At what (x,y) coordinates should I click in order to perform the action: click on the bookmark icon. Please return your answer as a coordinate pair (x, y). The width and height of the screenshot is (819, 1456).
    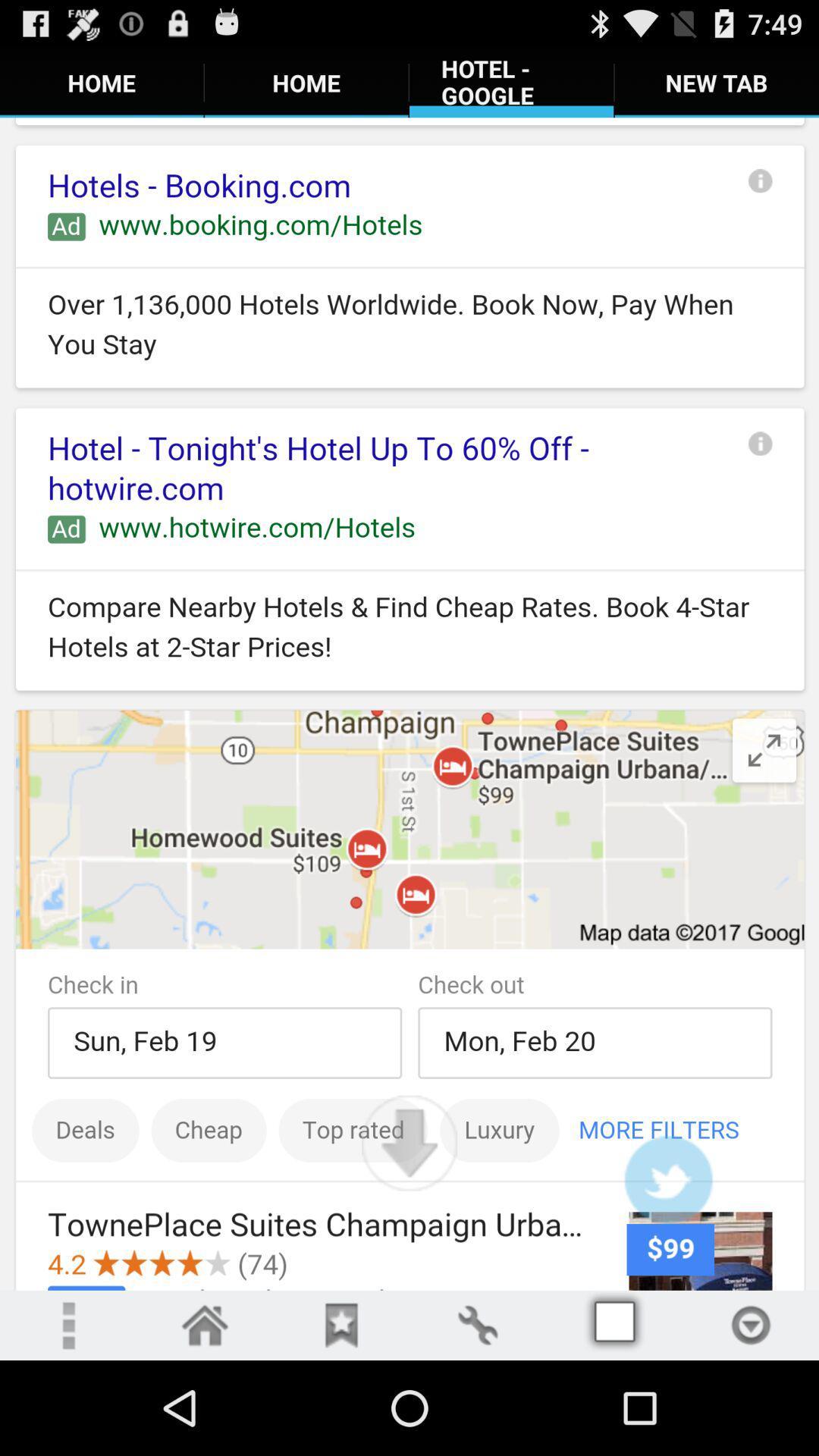
    Looking at the image, I should click on (341, 1417).